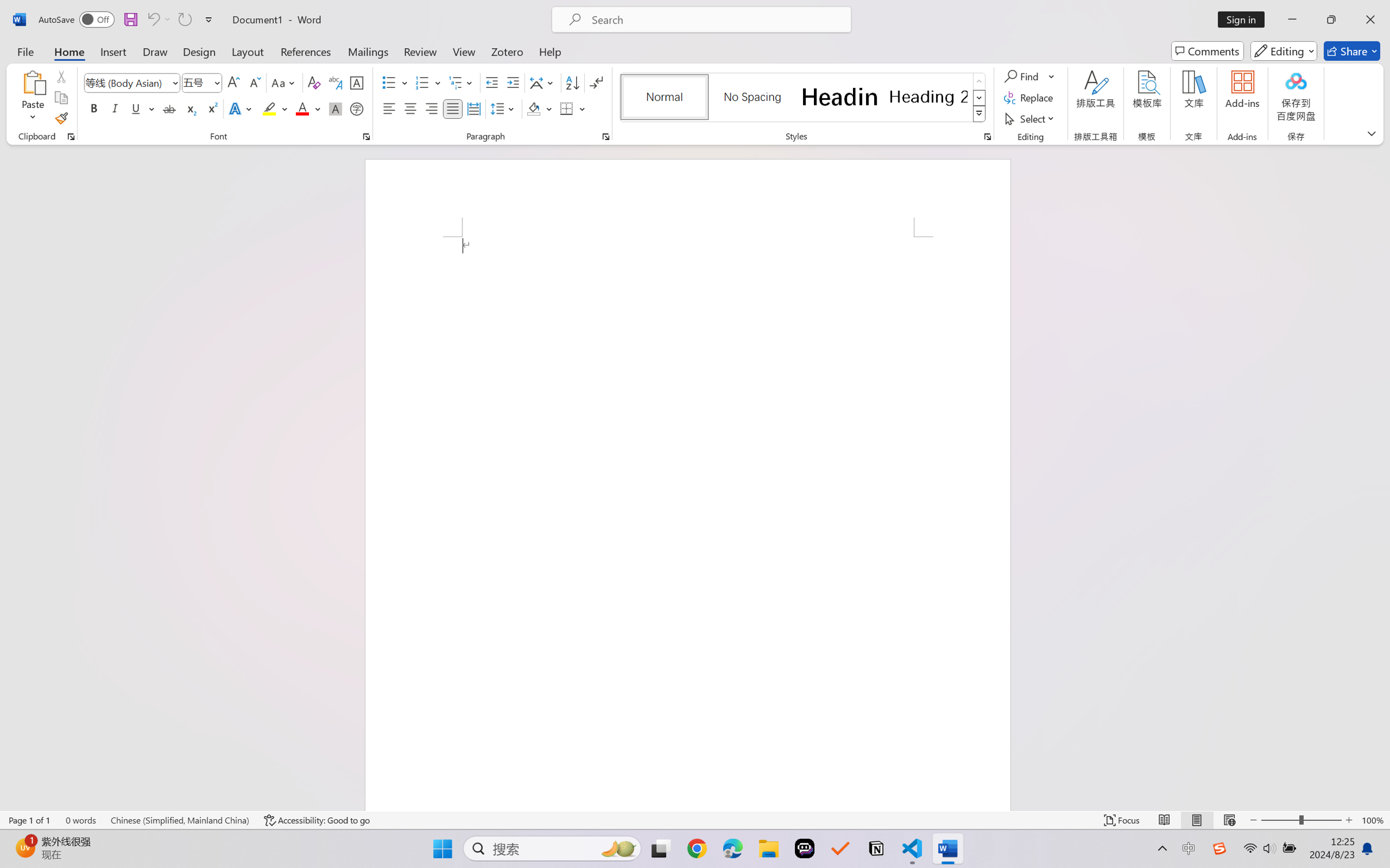 The height and width of the screenshot is (868, 1390). I want to click on 'Sign in', so click(1245, 19).